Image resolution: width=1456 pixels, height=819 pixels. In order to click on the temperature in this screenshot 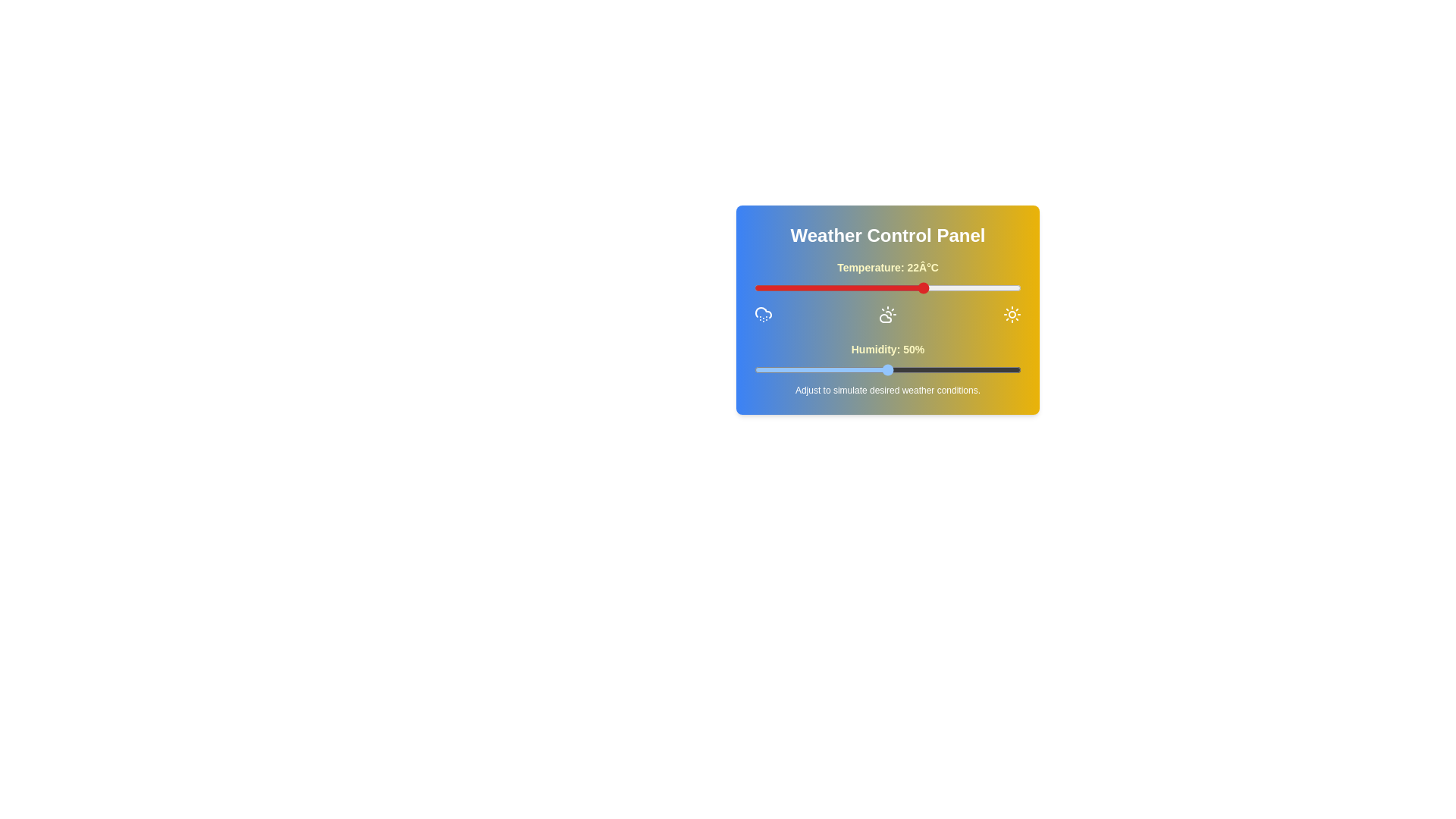, I will do `click(904, 288)`.